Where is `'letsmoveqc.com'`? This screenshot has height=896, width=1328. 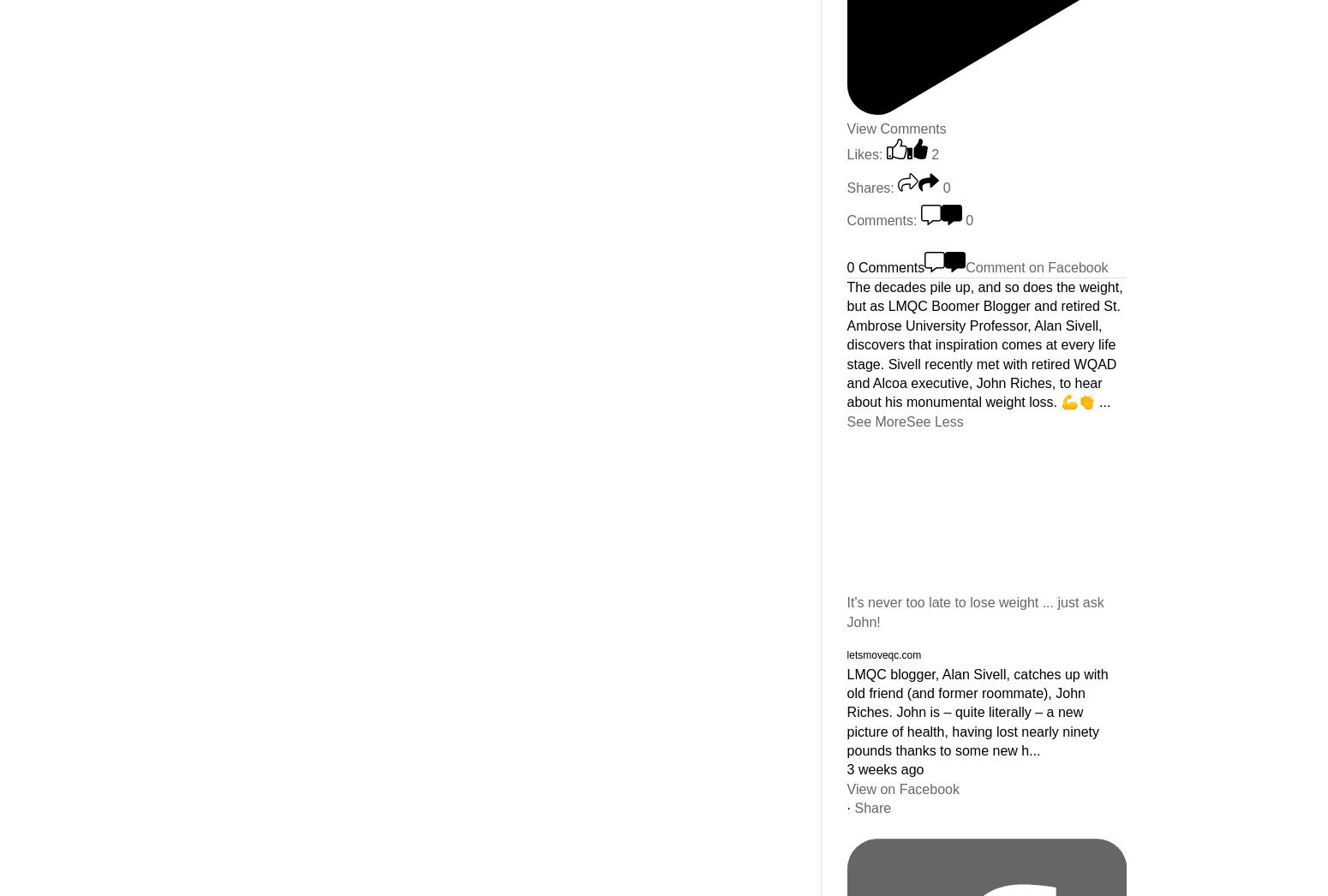 'letsmoveqc.com' is located at coordinates (883, 654).